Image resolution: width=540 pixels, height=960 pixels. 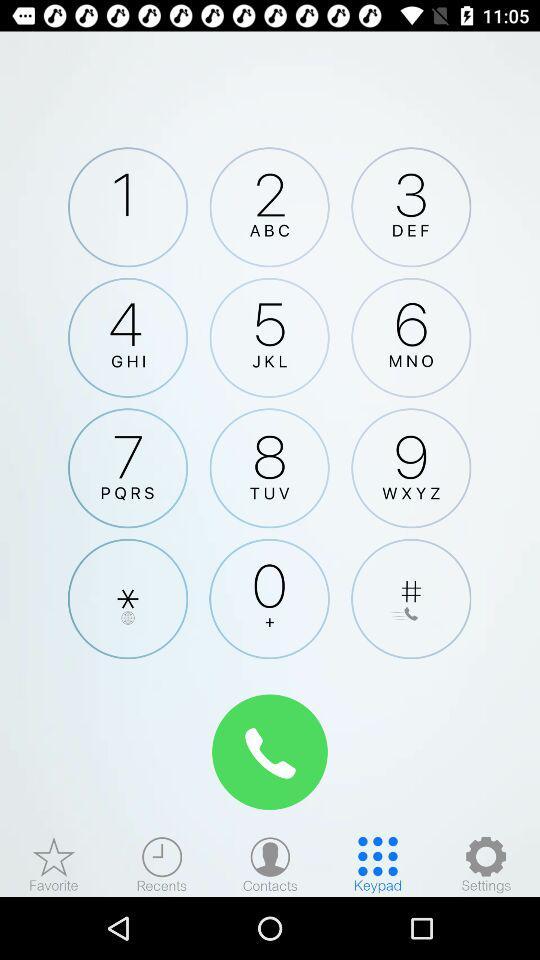 What do you see at coordinates (410, 337) in the screenshot?
I see `dial 6` at bounding box center [410, 337].